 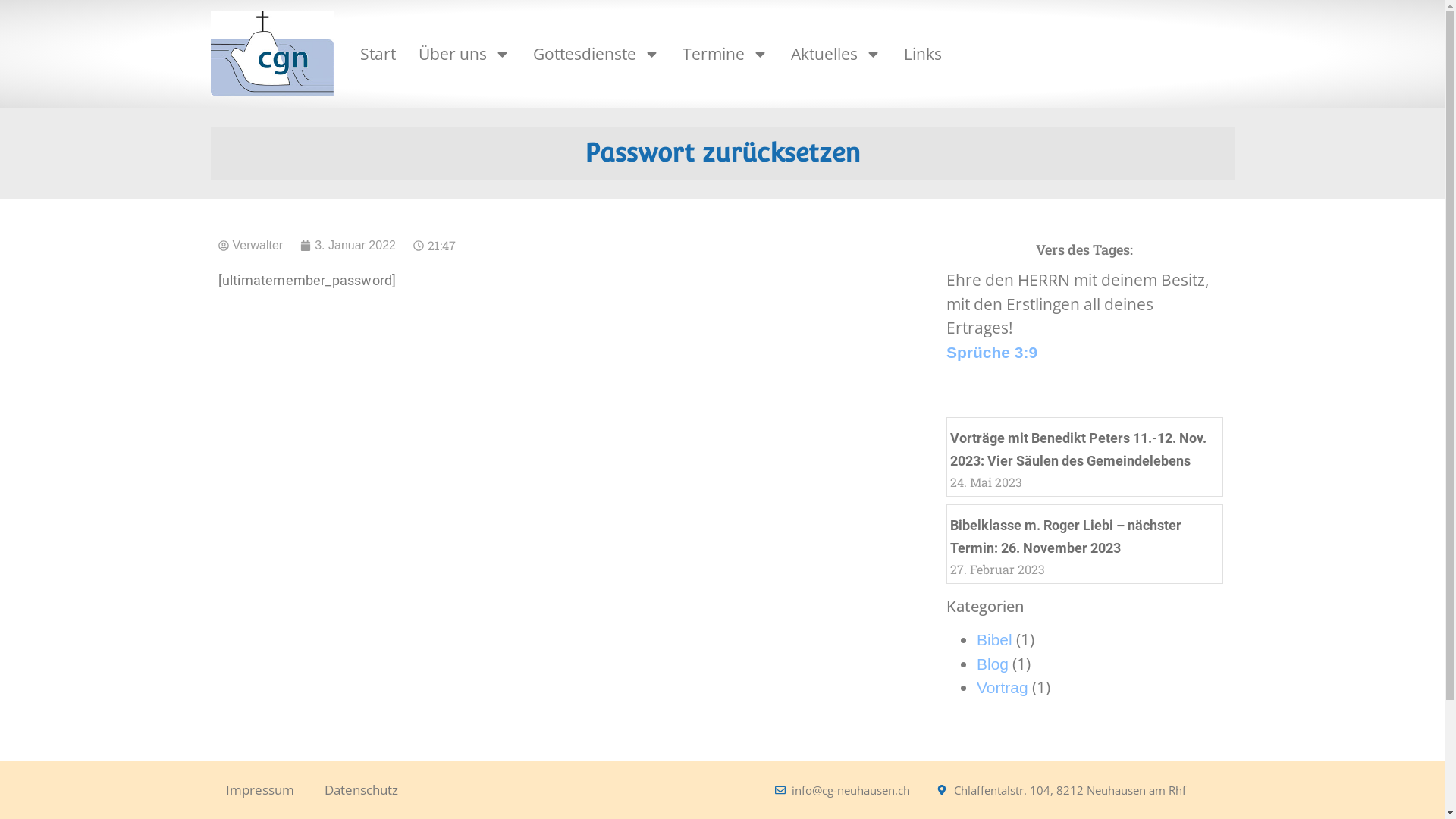 I want to click on 'Aktuelles', so click(x=834, y=53).